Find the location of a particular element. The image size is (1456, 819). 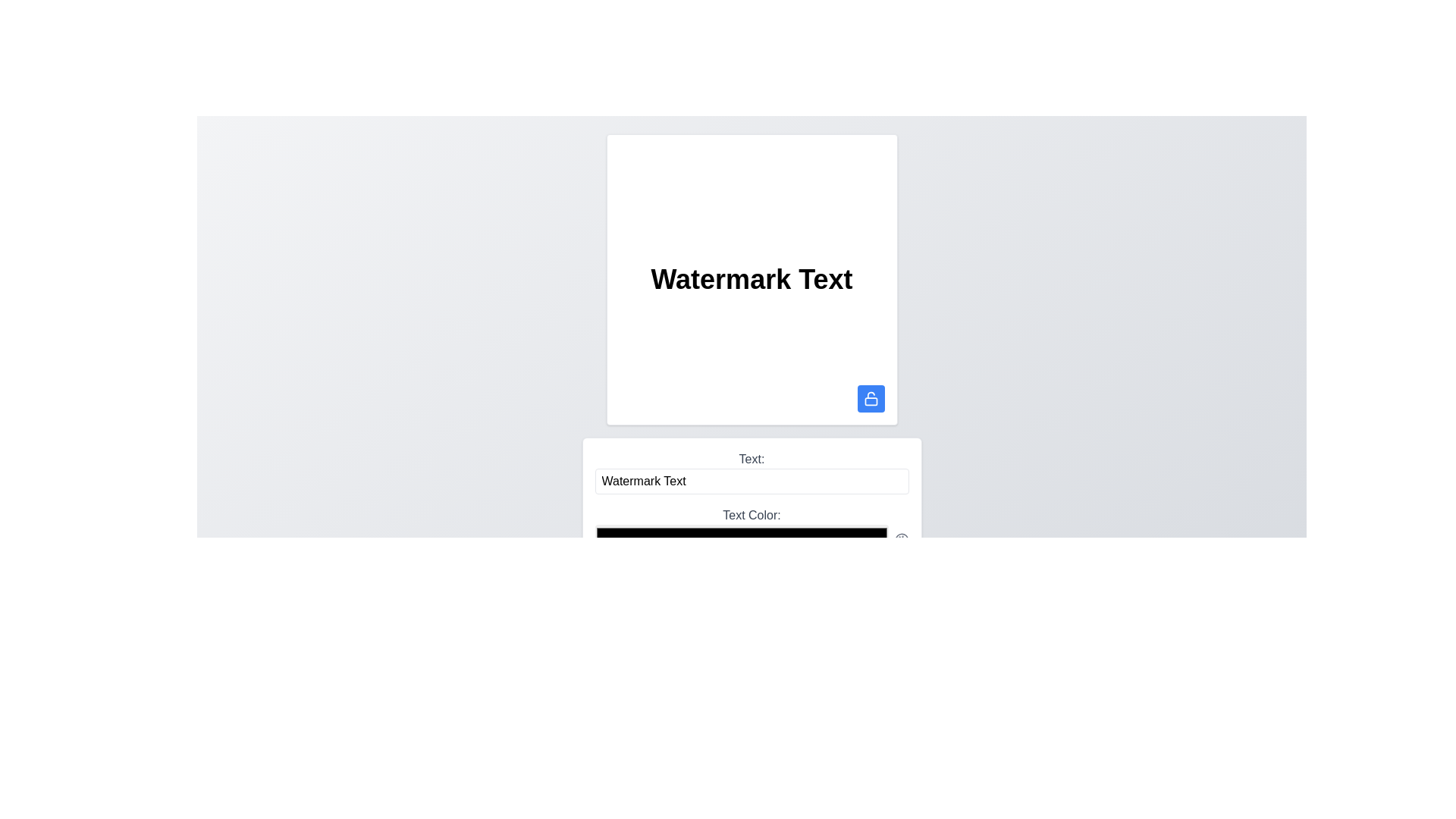

the slider is located at coordinates (682, 592).